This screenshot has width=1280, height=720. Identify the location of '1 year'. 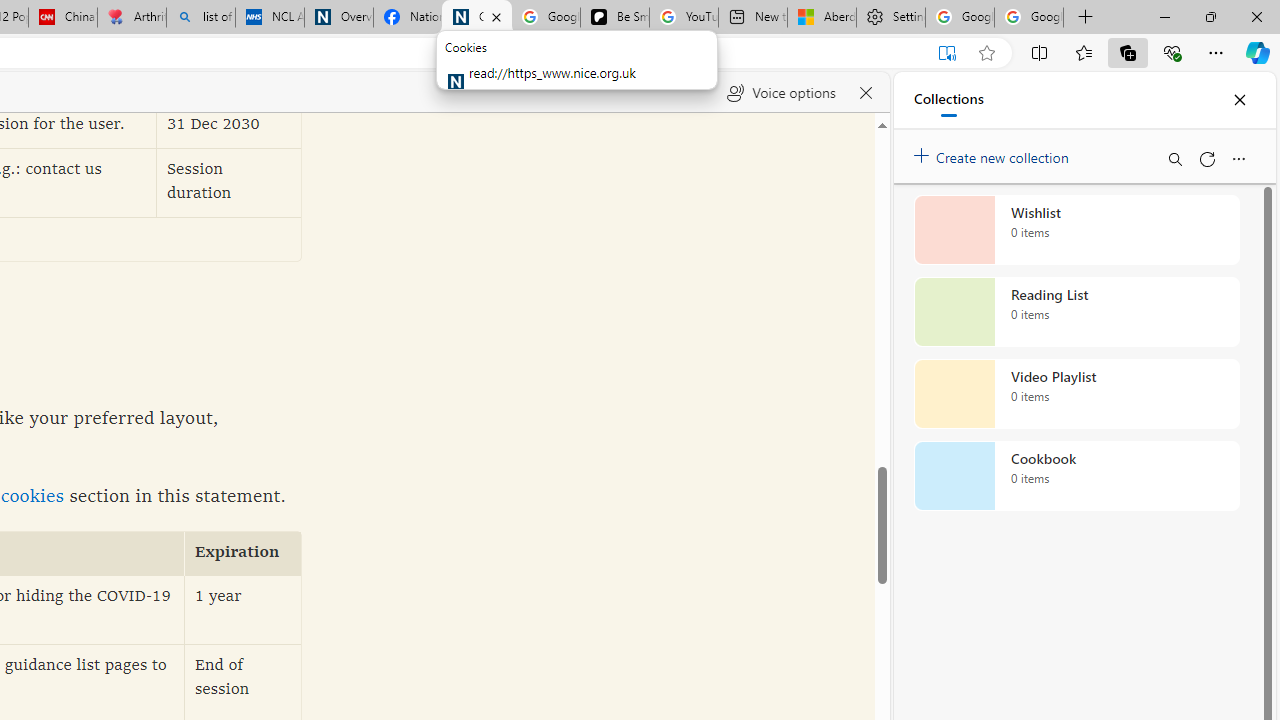
(242, 609).